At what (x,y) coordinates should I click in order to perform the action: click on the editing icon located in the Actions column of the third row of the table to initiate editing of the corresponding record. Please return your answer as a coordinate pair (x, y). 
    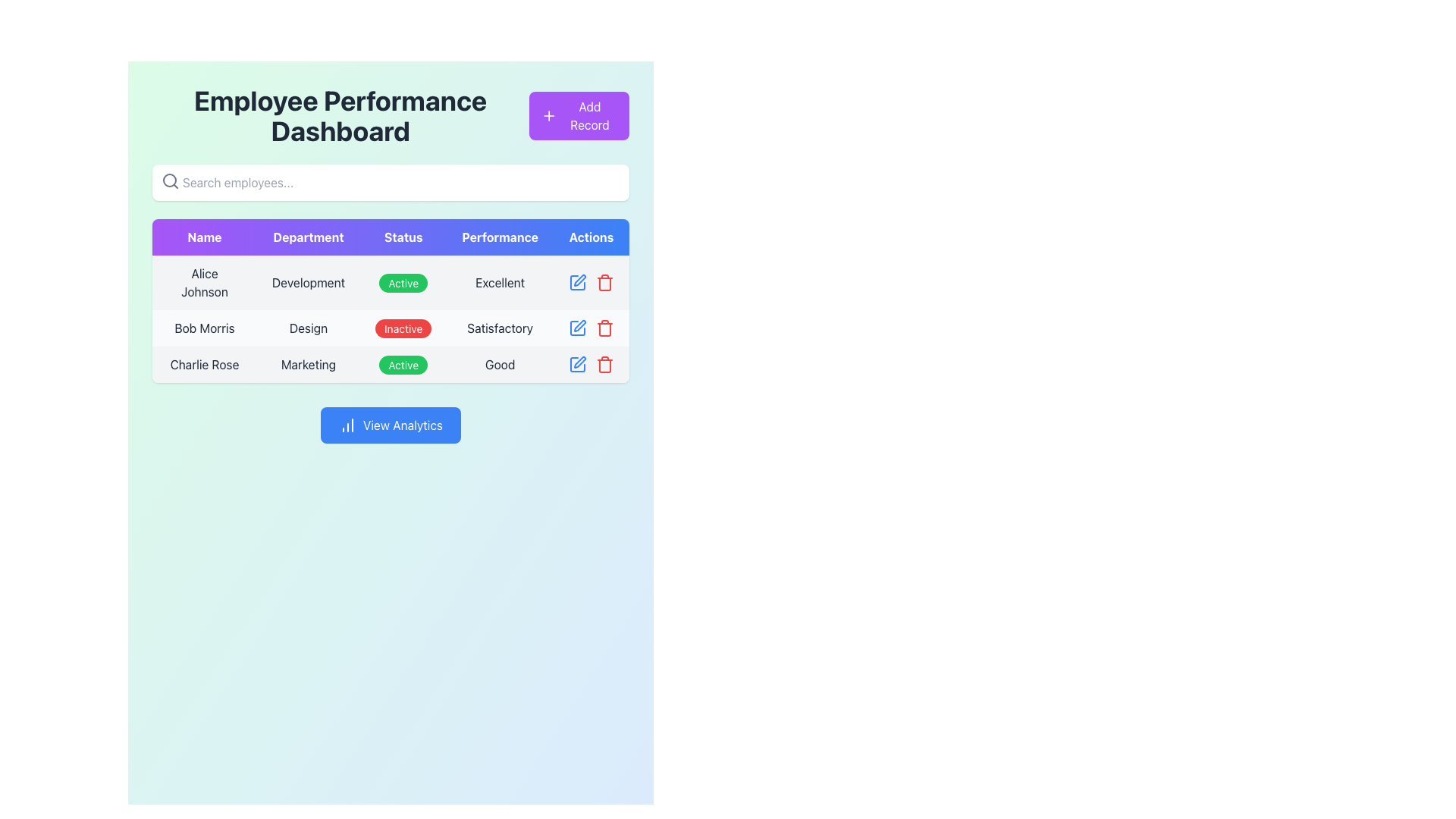
    Looking at the image, I should click on (579, 362).